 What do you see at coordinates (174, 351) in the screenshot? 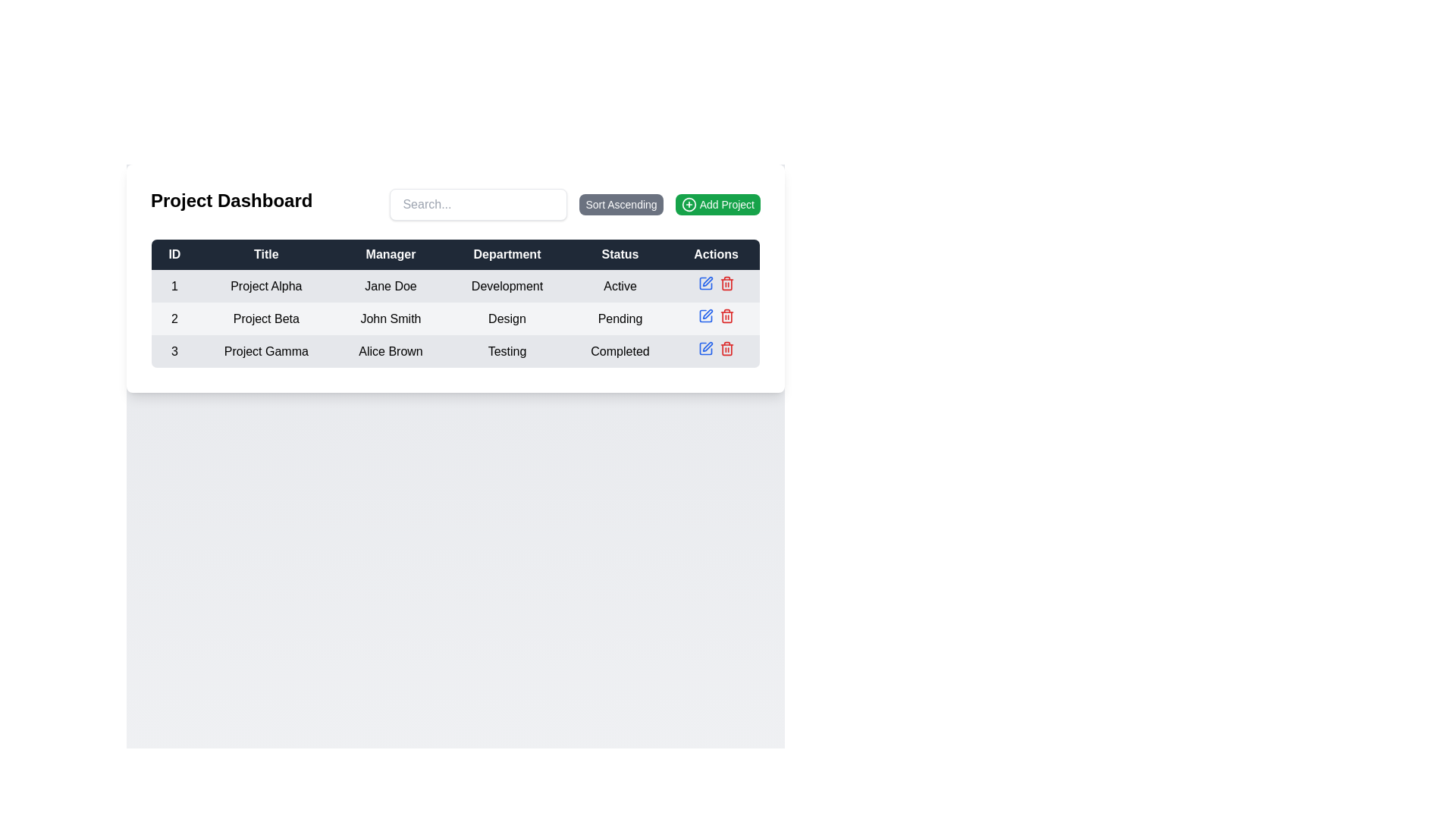
I see `the static text label displaying the sequential identifier 'Project Gamma', located in the third row of the table under the 'ID' column` at bounding box center [174, 351].